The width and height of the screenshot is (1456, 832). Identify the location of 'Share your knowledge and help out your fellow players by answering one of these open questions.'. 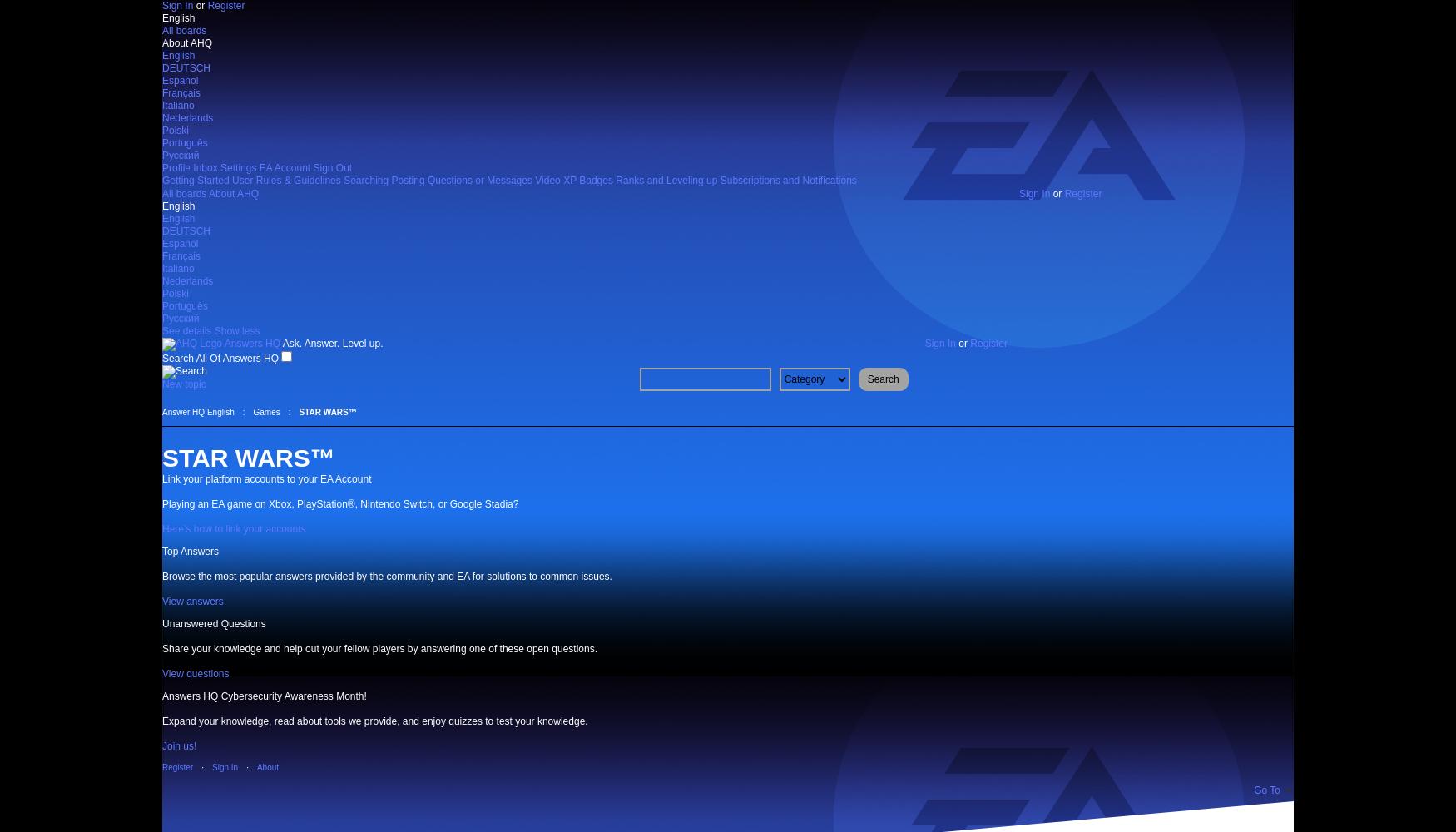
(161, 649).